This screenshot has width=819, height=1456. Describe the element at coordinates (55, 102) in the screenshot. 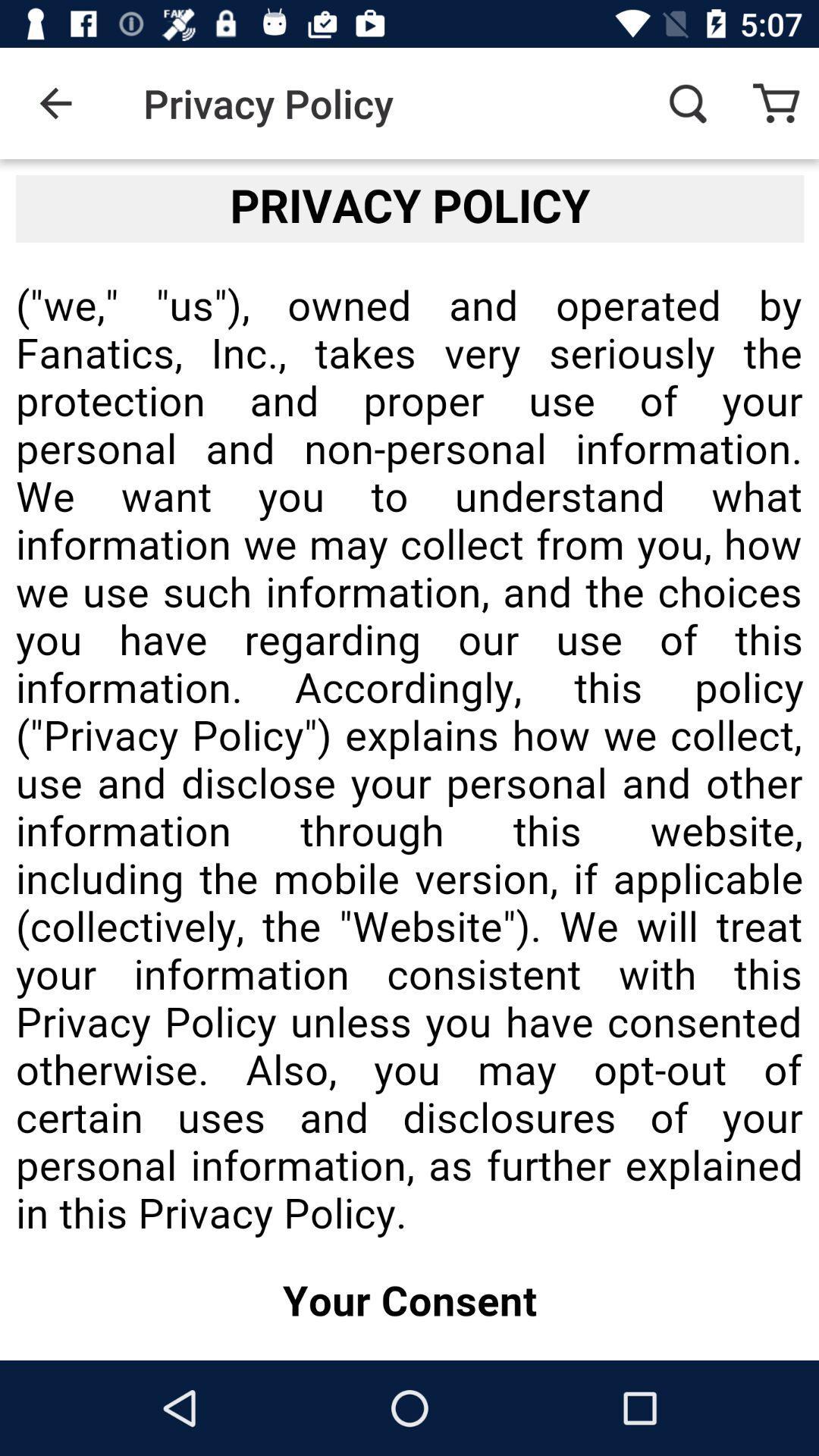

I see `item next to the privacy policy icon` at that location.